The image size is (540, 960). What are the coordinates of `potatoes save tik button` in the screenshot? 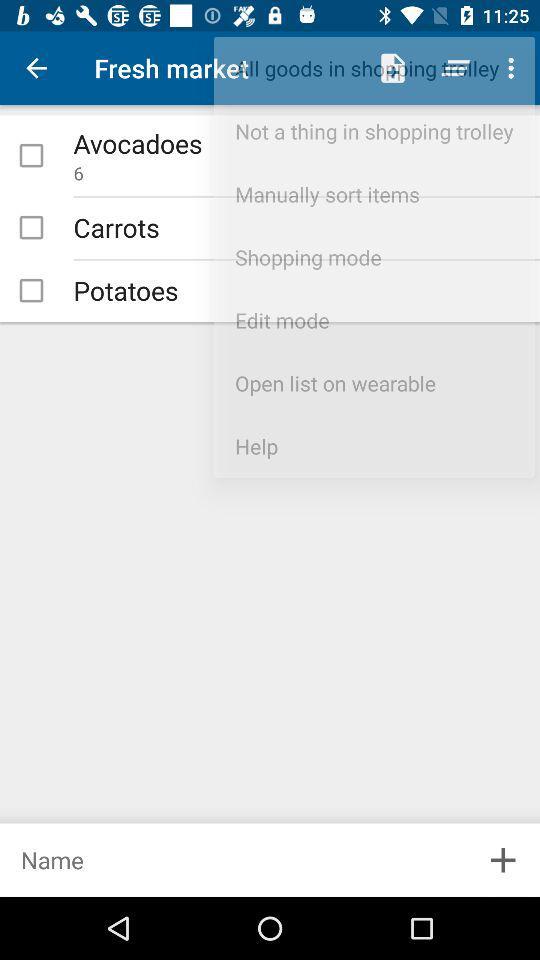 It's located at (30, 289).